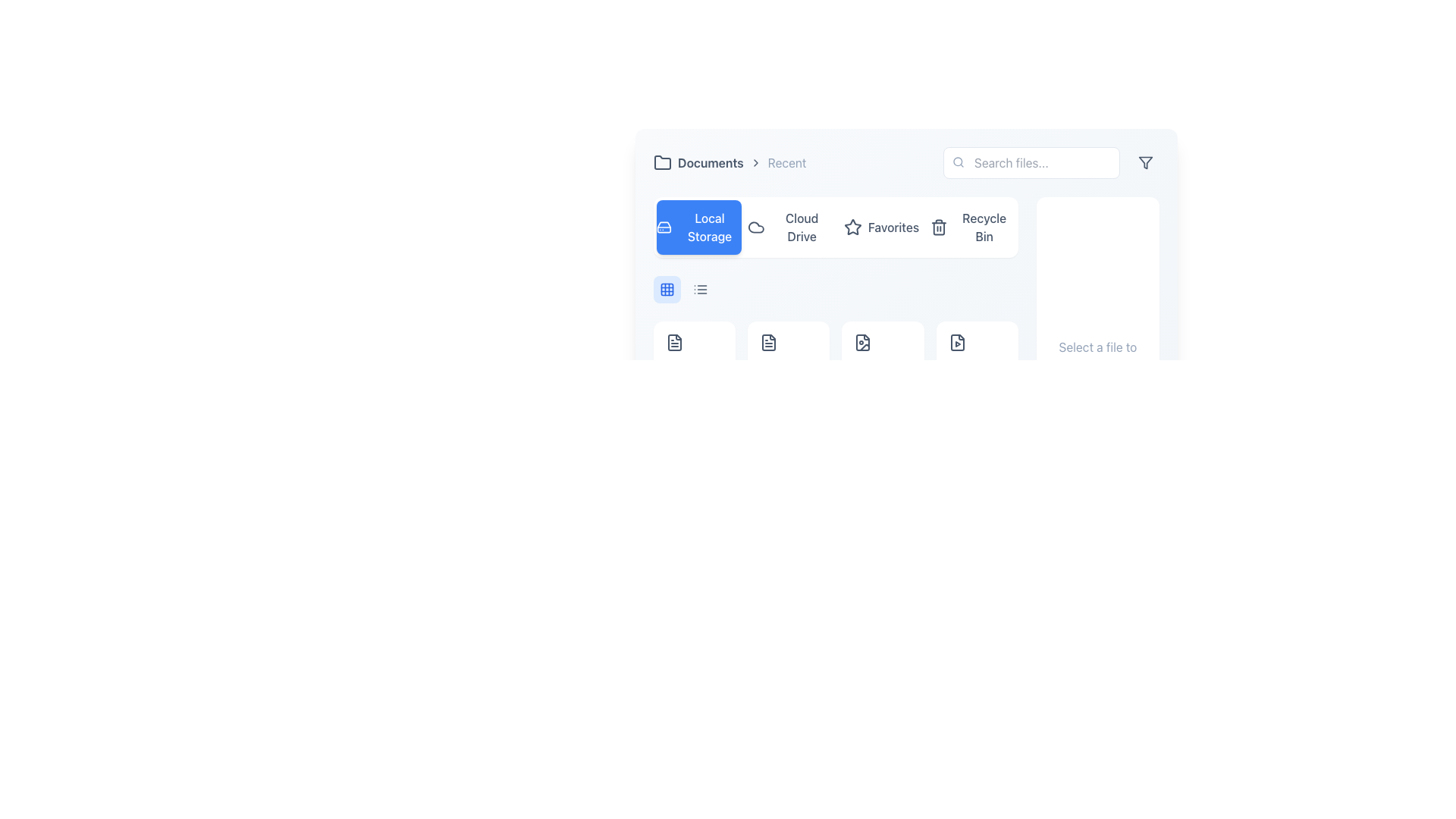 Image resolution: width=1456 pixels, height=819 pixels. What do you see at coordinates (957, 162) in the screenshot?
I see `the circular outline of the magnifying glass icon` at bounding box center [957, 162].